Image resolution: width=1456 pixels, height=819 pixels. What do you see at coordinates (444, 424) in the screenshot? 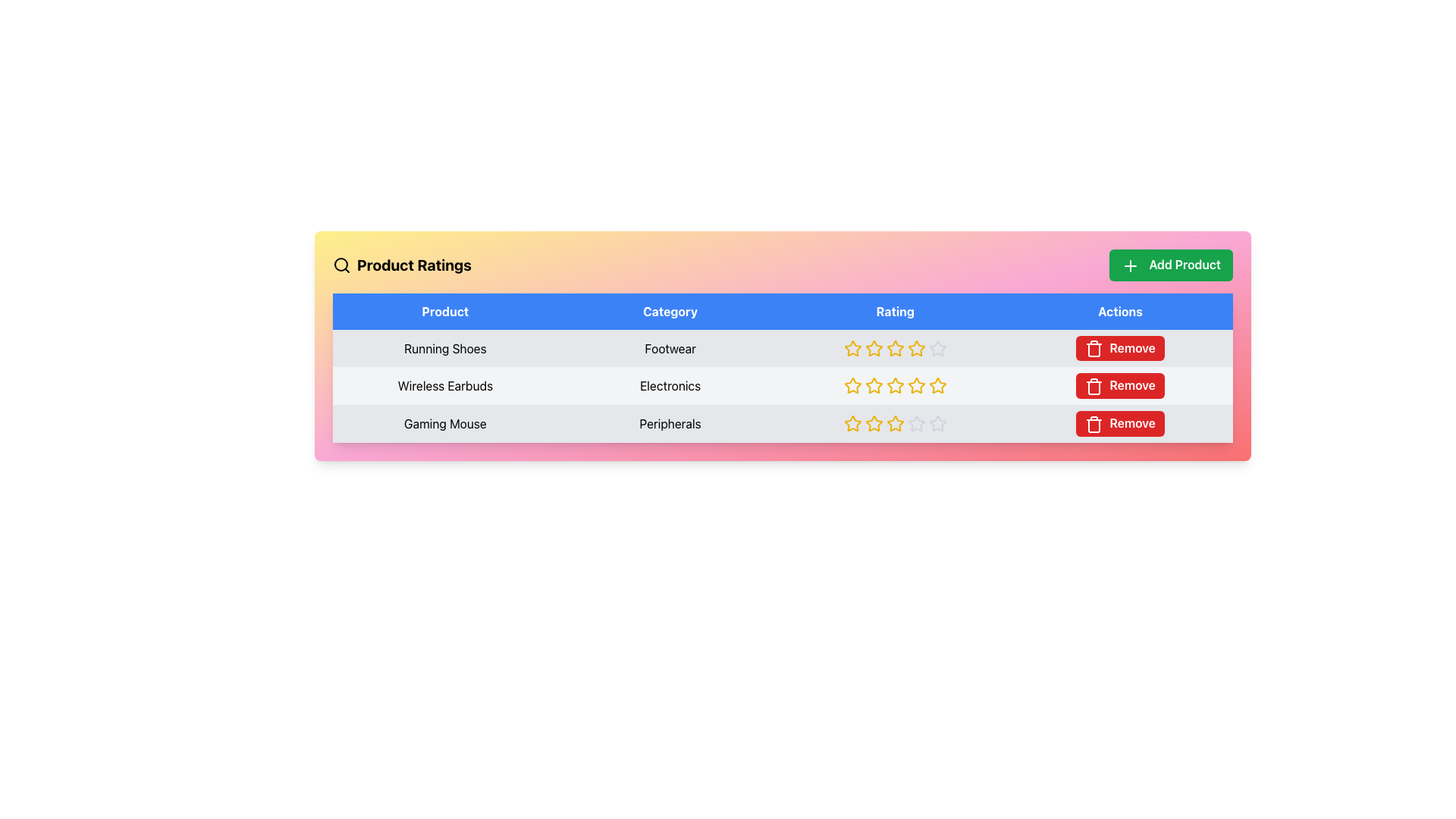
I see `the 'Gaming Mouse' text label located in the first column of the third row of the product attributes table` at bounding box center [444, 424].